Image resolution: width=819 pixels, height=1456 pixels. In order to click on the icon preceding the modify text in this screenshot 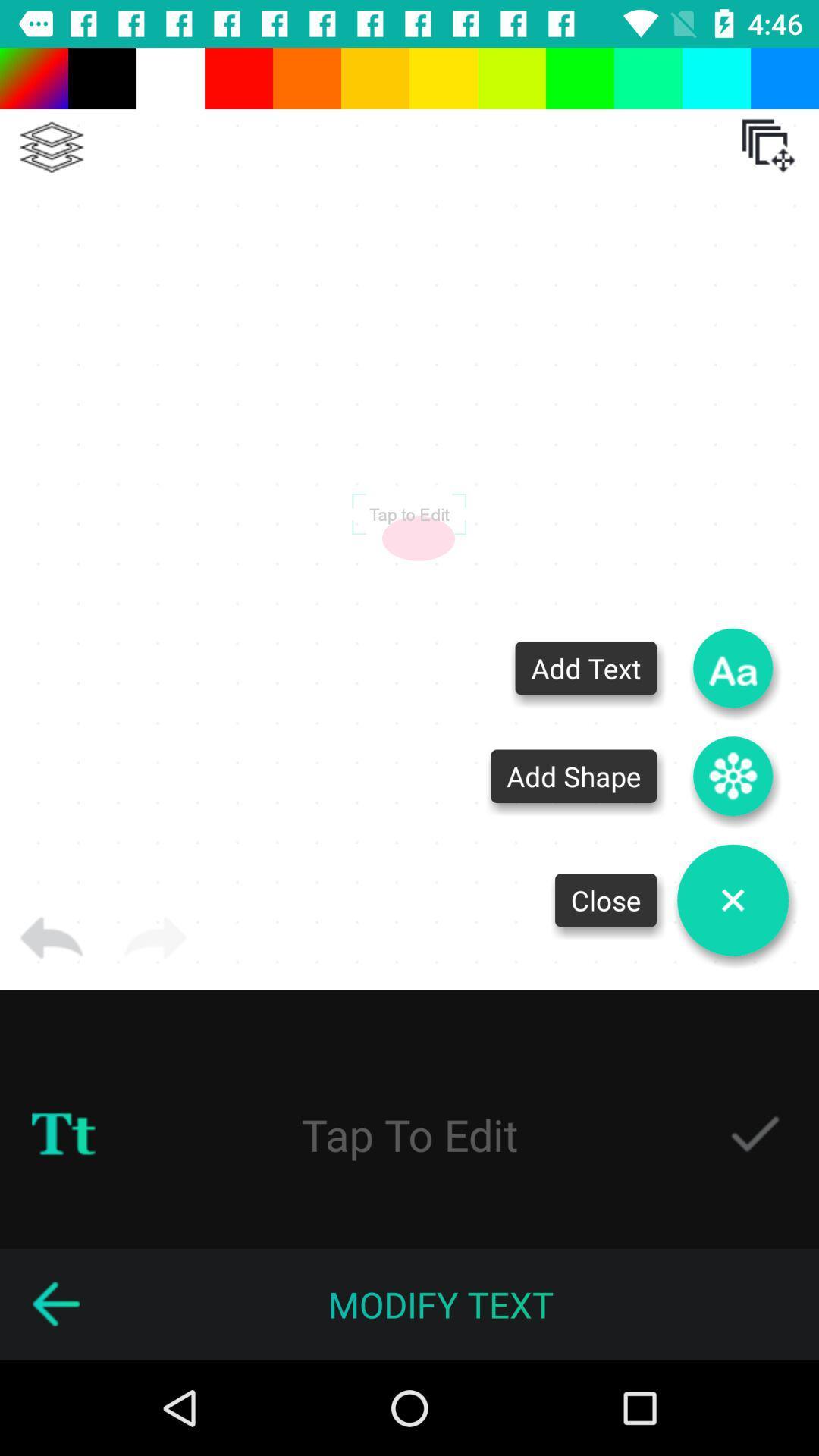, I will do `click(55, 1304)`.